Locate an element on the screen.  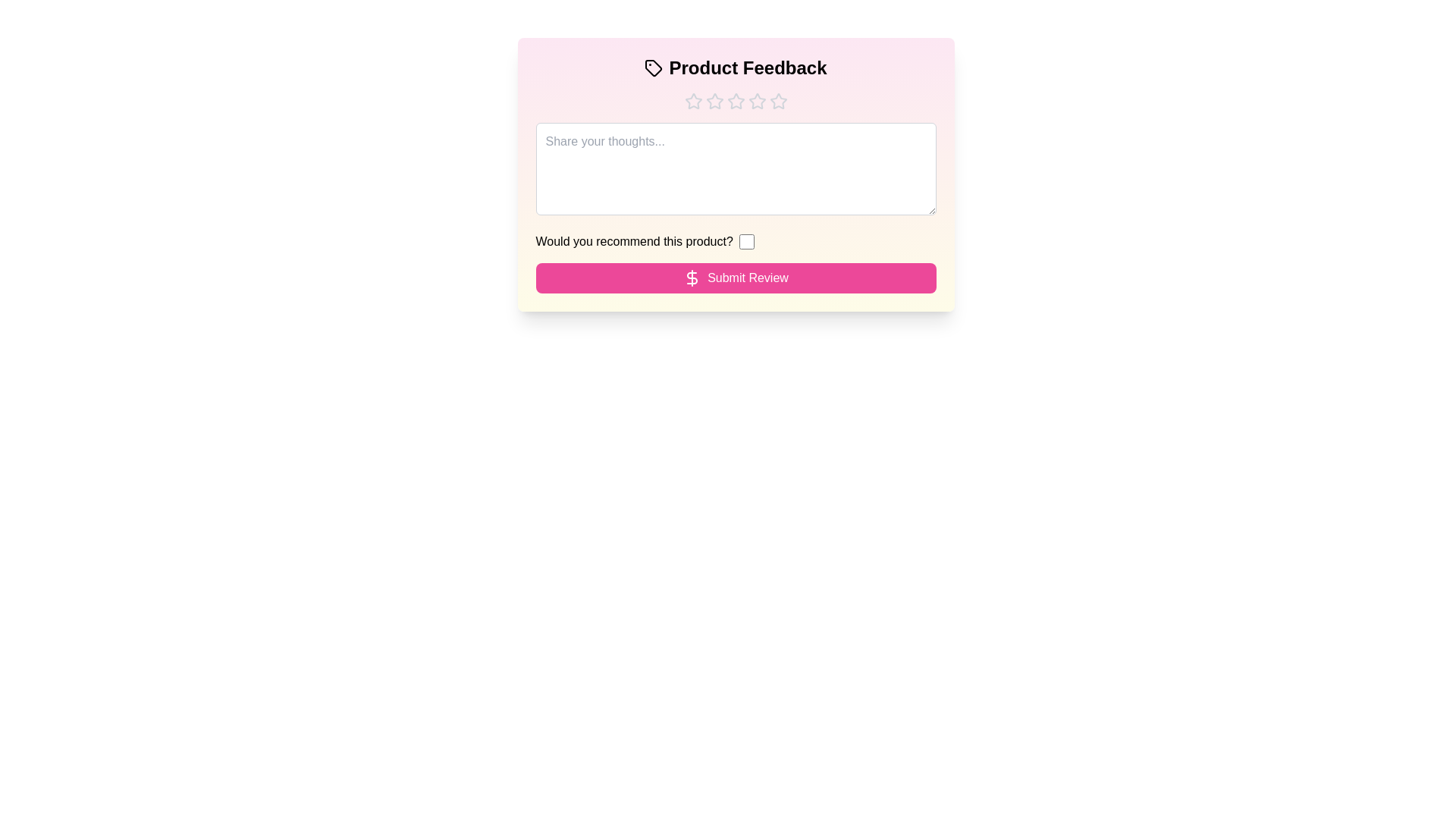
the star corresponding to the rating 1 to set the product rating is located at coordinates (692, 102).